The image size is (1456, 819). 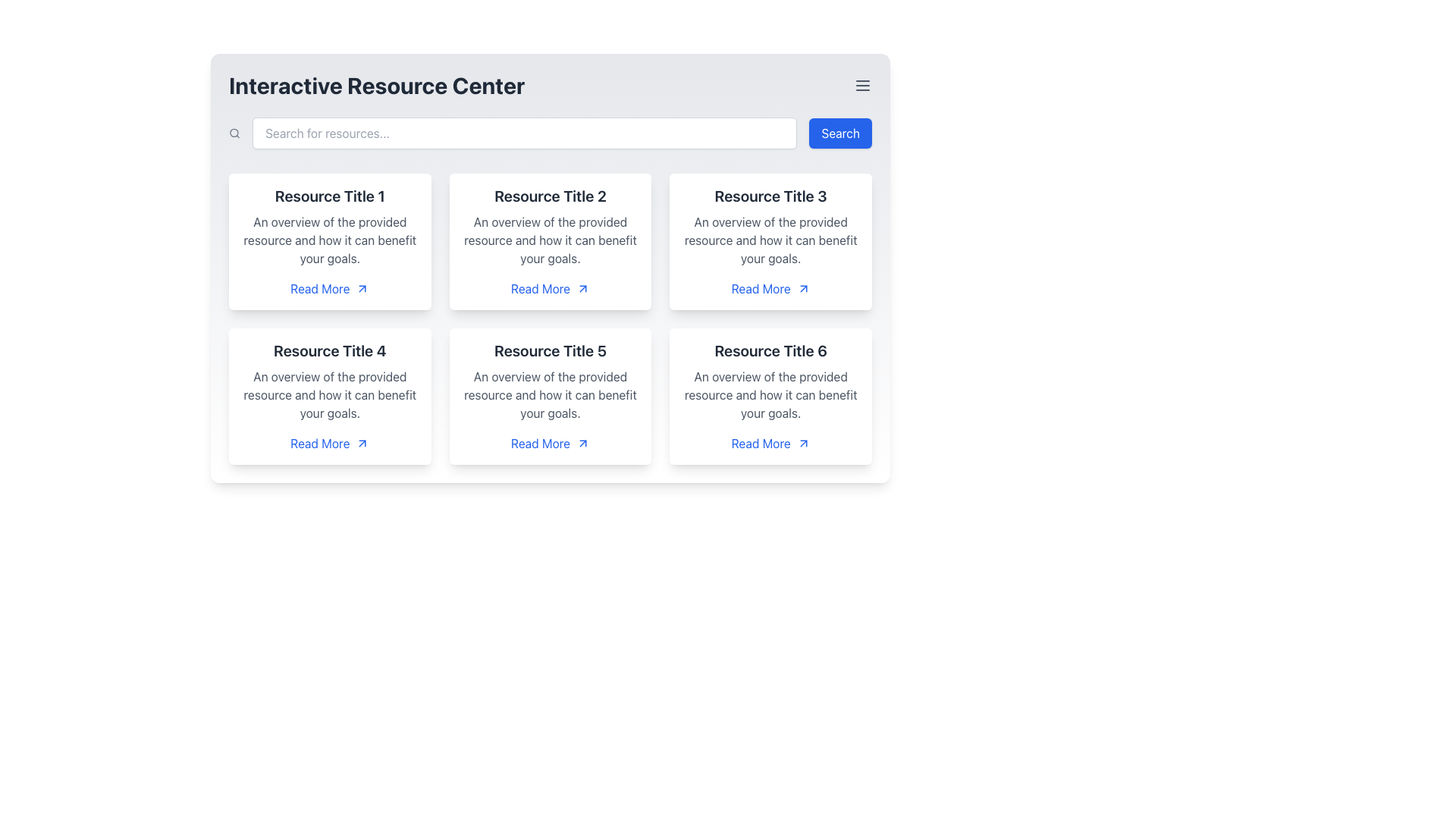 I want to click on the clickable link located in the second row, second column of the grid layout, positioned beneath the description text 'An overview of the provided resource and how it can benefit your goals.' and below the title 'Resource Title 2', so click(x=549, y=289).